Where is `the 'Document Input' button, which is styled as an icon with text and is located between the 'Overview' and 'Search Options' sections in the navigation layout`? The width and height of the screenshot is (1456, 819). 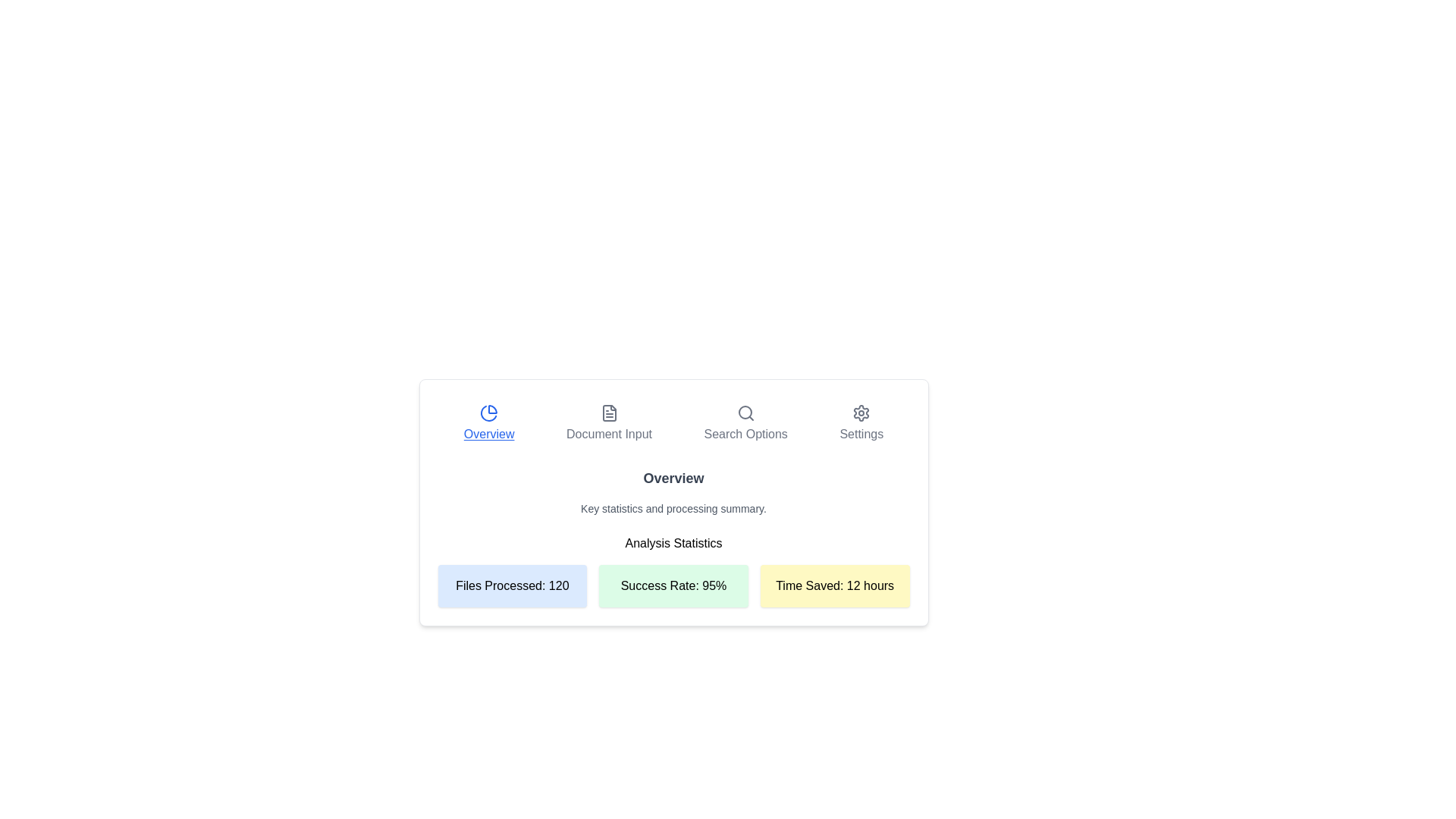 the 'Document Input' button, which is styled as an icon with text and is located between the 'Overview' and 'Search Options' sections in the navigation layout is located at coordinates (609, 424).